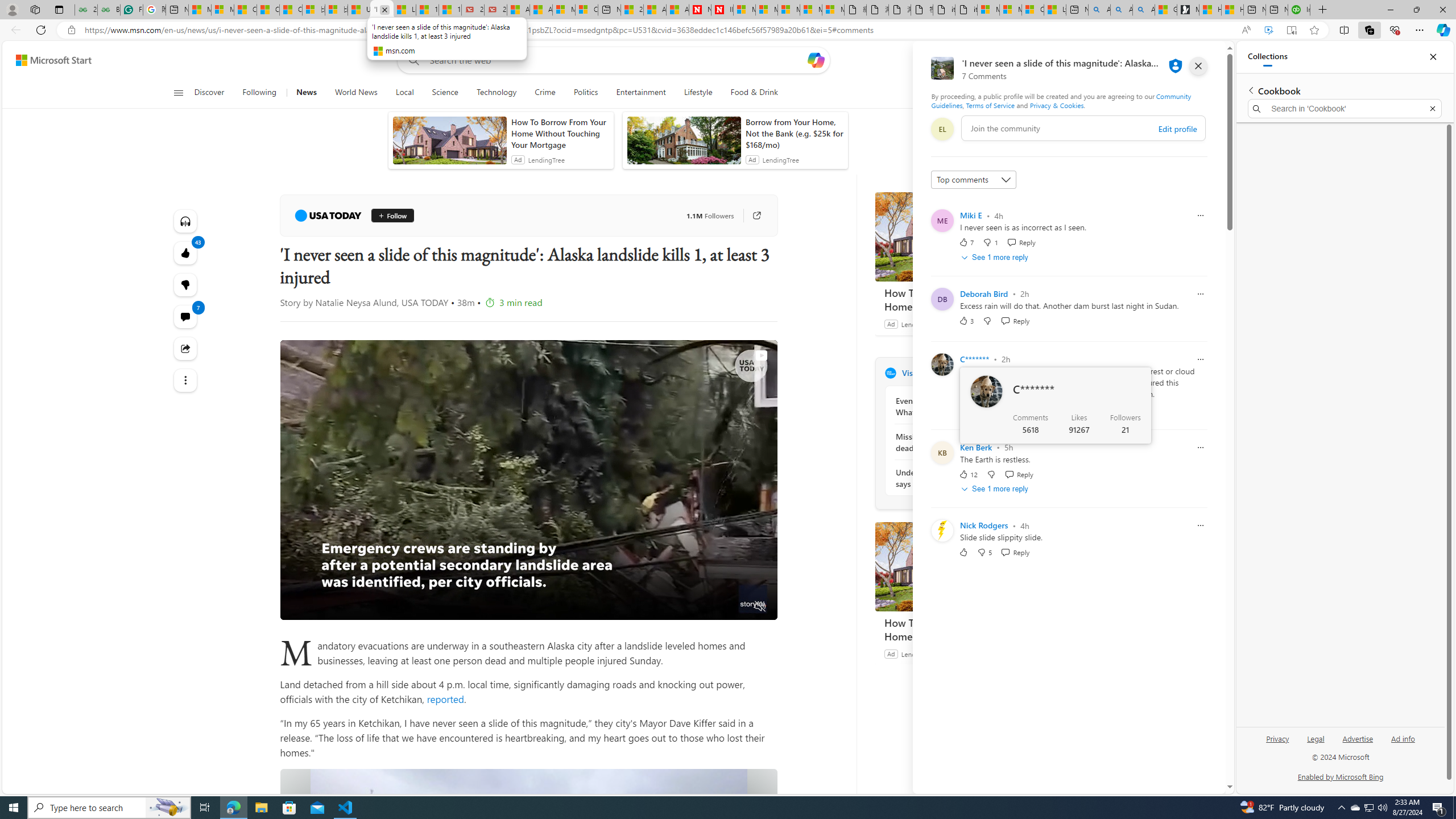 Image resolution: width=1456 pixels, height=819 pixels. I want to click on 'Class: at-item', so click(185, 379).